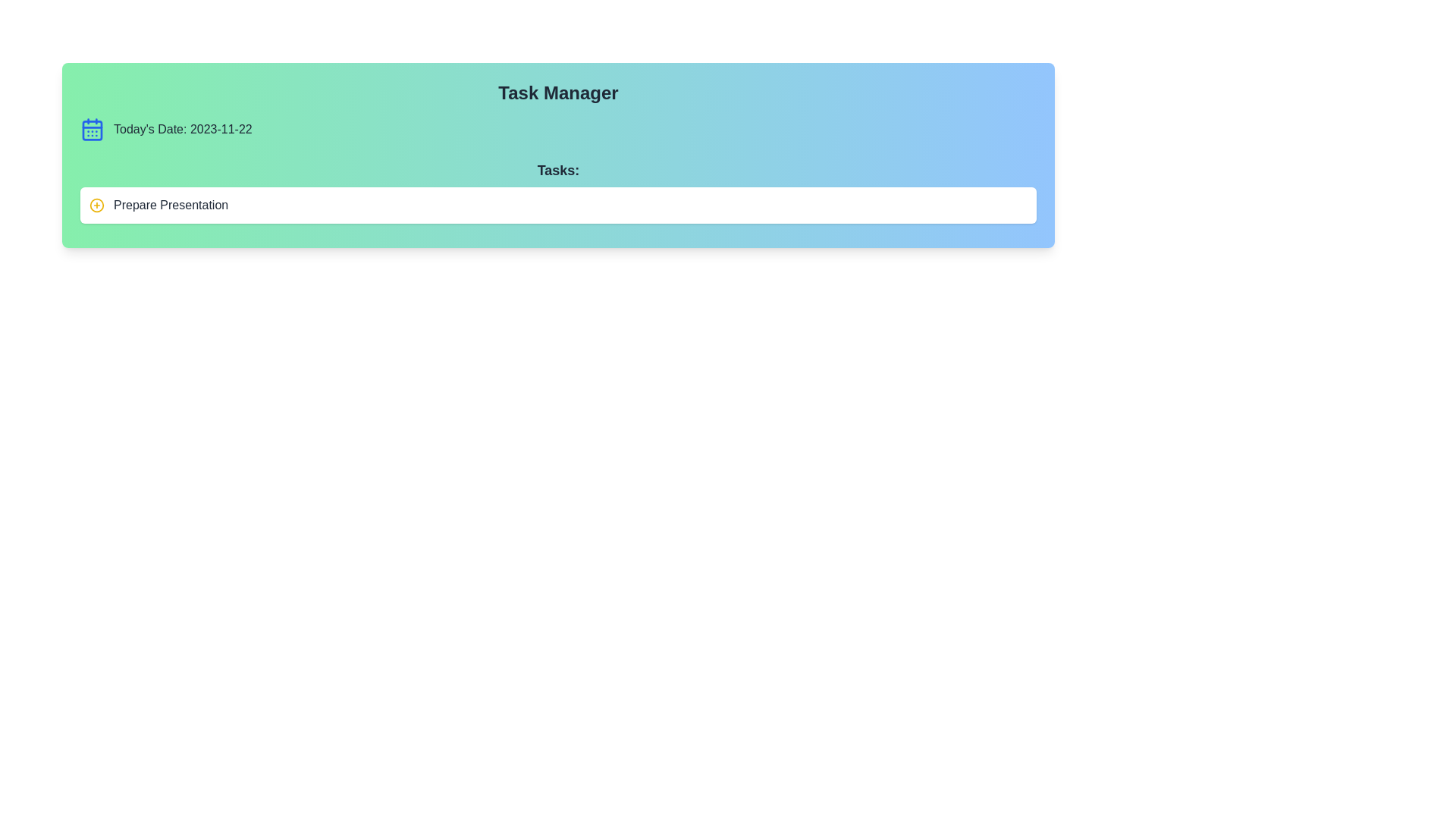 The image size is (1456, 819). What do you see at coordinates (171, 205) in the screenshot?
I see `the text label displaying 'Prepare Presentation', which is a bold, sans-serif font in black, located inside a white panel with rounded corners next to a circular yellow '+' icon` at bounding box center [171, 205].